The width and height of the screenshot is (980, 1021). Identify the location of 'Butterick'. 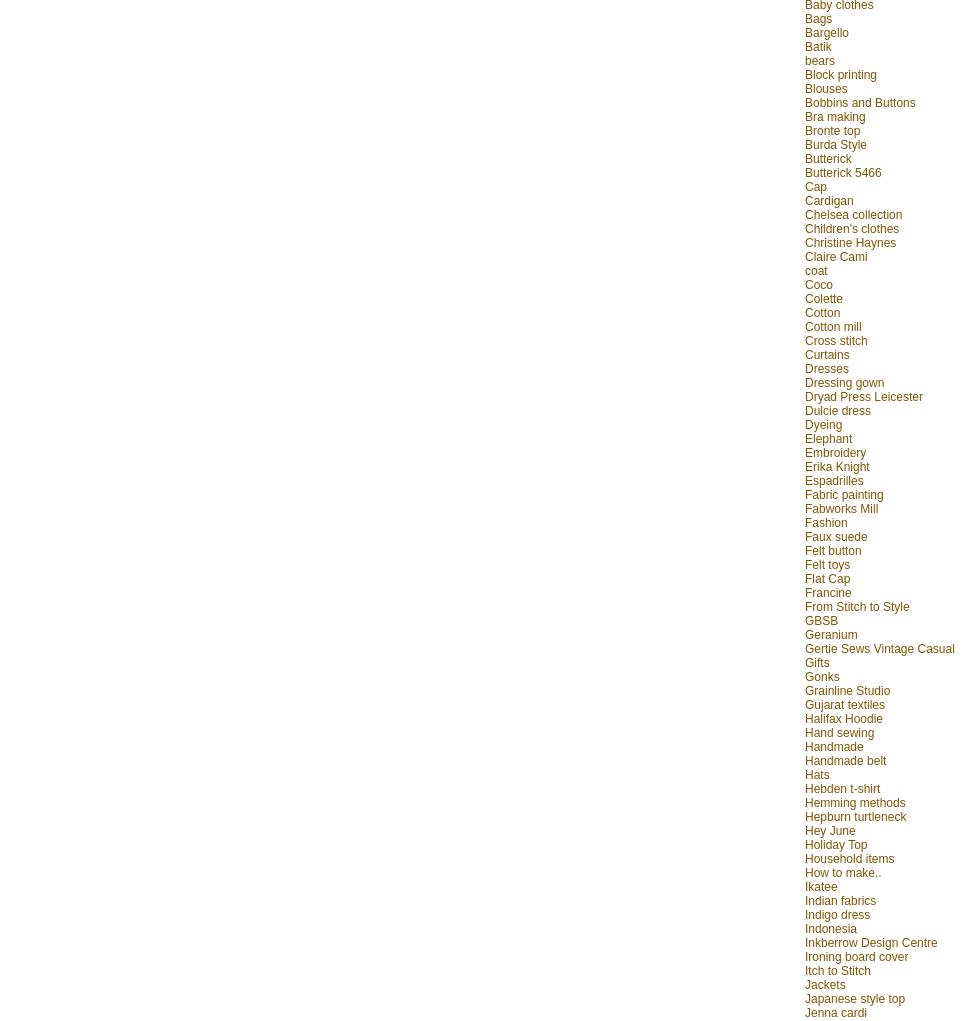
(828, 157).